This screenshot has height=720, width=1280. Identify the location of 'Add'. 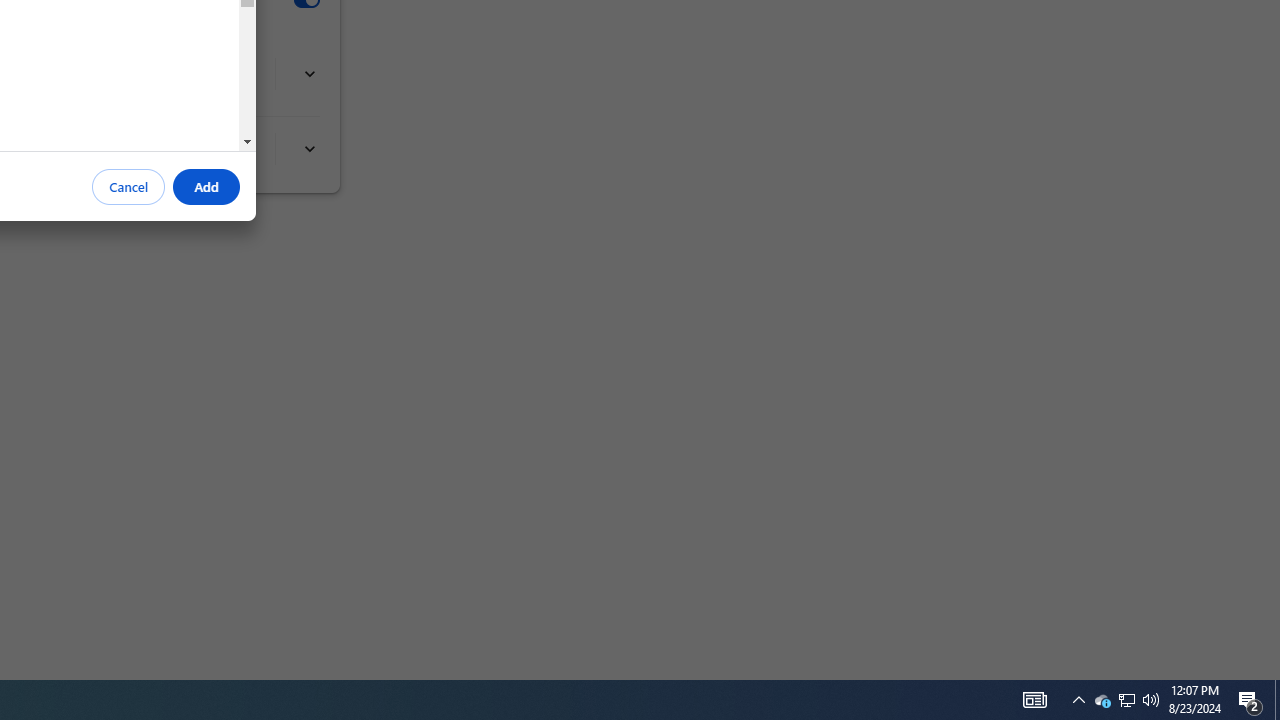
(206, 187).